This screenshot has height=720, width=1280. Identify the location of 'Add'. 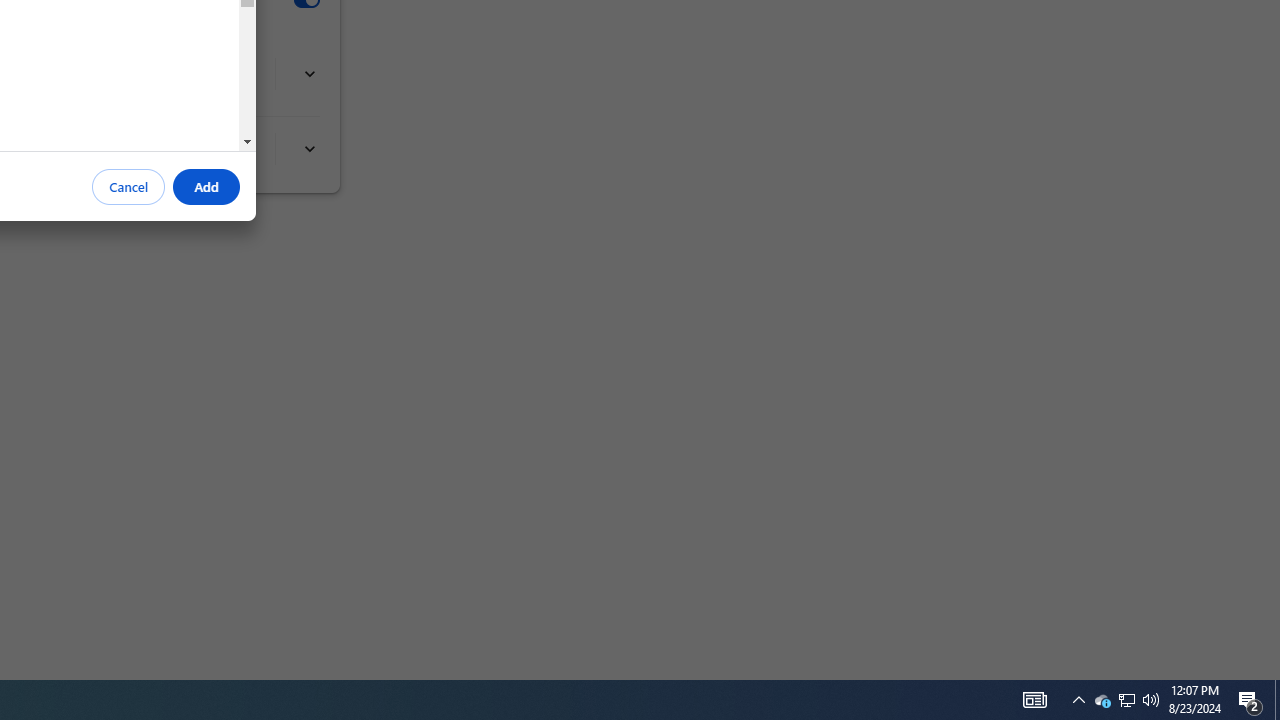
(206, 187).